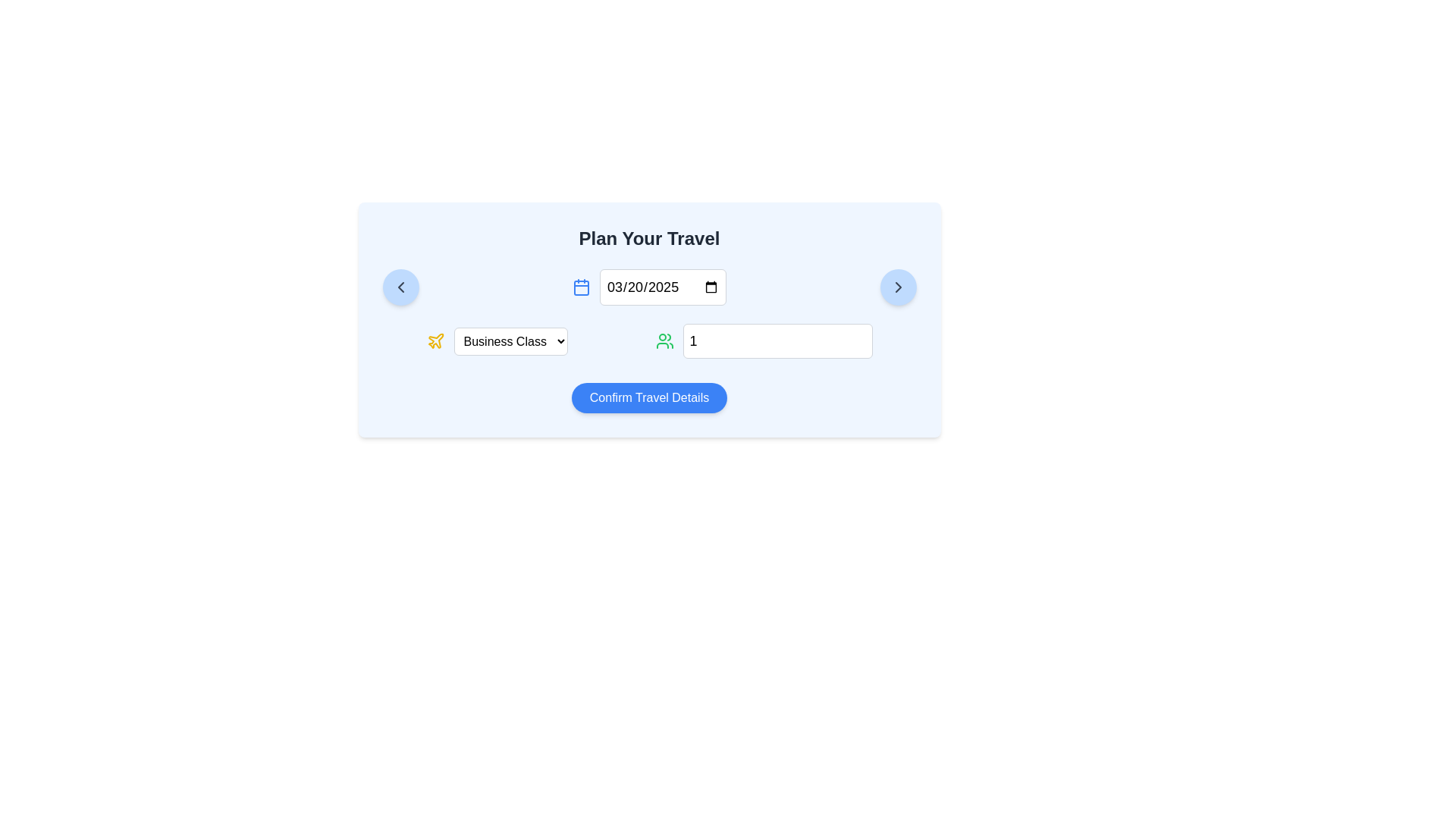 The width and height of the screenshot is (1456, 819). I want to click on the navigation icon located inside the right-side circular button near the 'Plan Your Travel' interface section, so click(898, 287).